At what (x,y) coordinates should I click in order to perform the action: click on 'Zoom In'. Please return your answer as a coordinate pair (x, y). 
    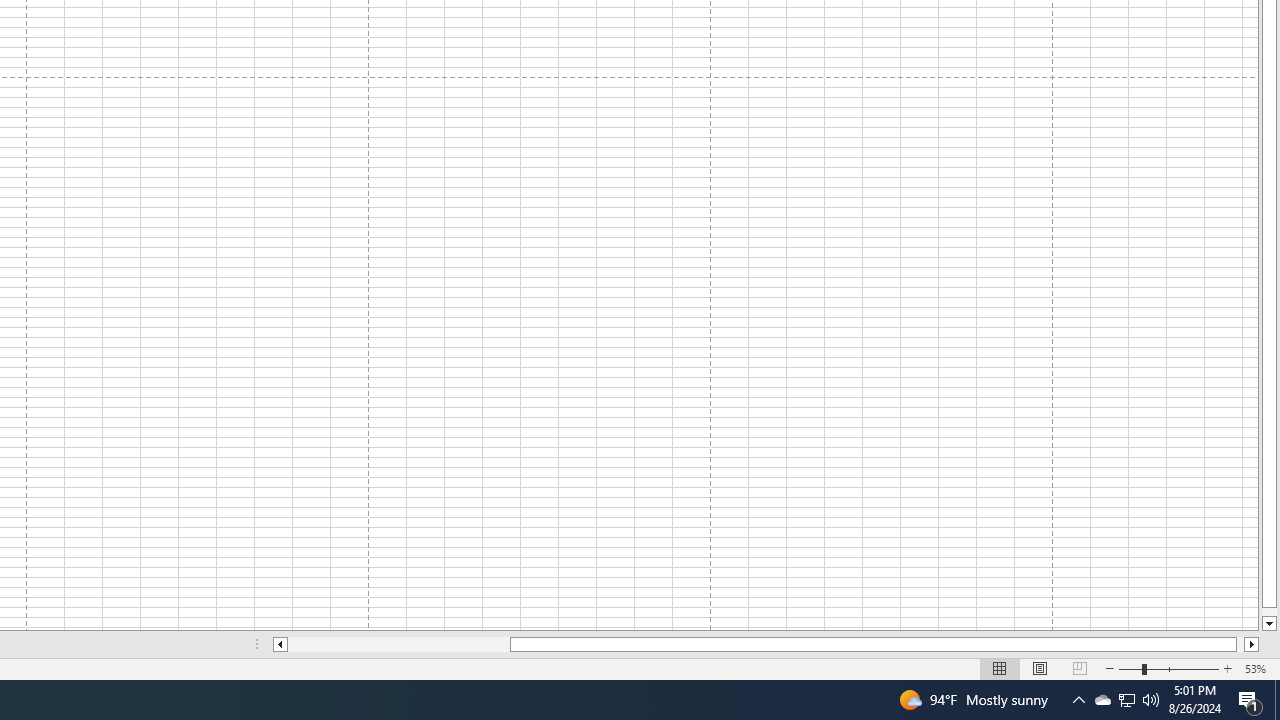
    Looking at the image, I should click on (1226, 669).